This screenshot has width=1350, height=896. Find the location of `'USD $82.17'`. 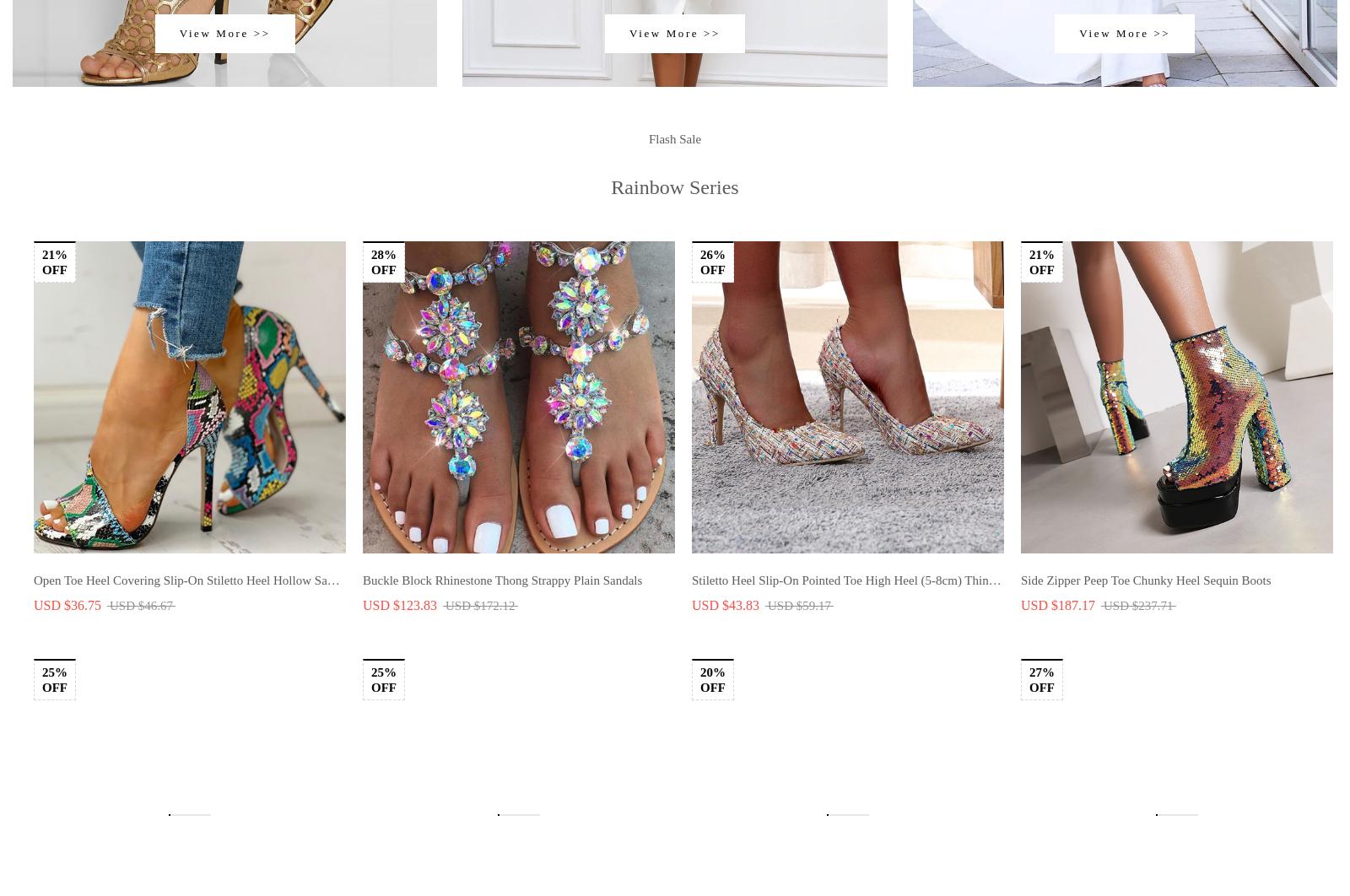

'USD $82.17' is located at coordinates (395, 242).